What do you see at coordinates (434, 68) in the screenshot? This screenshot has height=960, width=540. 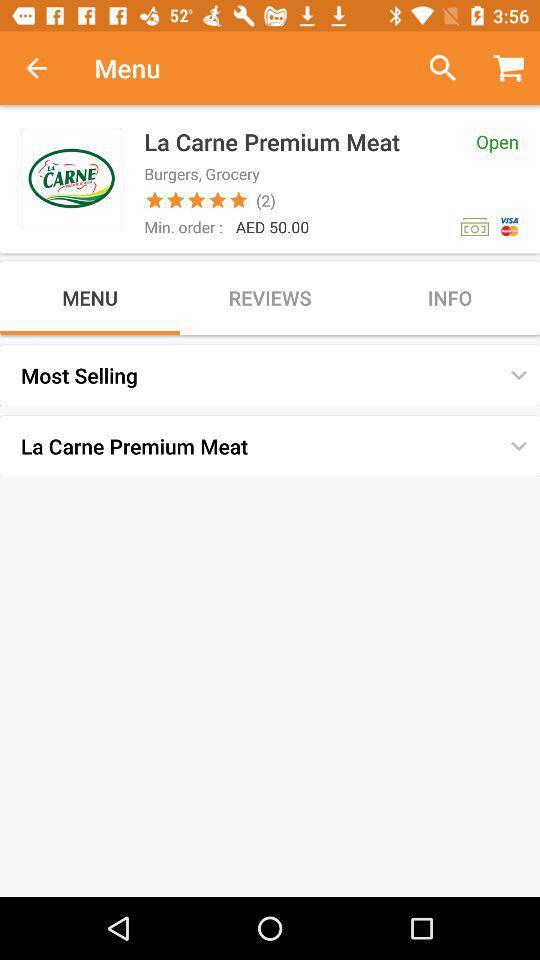 I see `item to the right of menu icon` at bounding box center [434, 68].